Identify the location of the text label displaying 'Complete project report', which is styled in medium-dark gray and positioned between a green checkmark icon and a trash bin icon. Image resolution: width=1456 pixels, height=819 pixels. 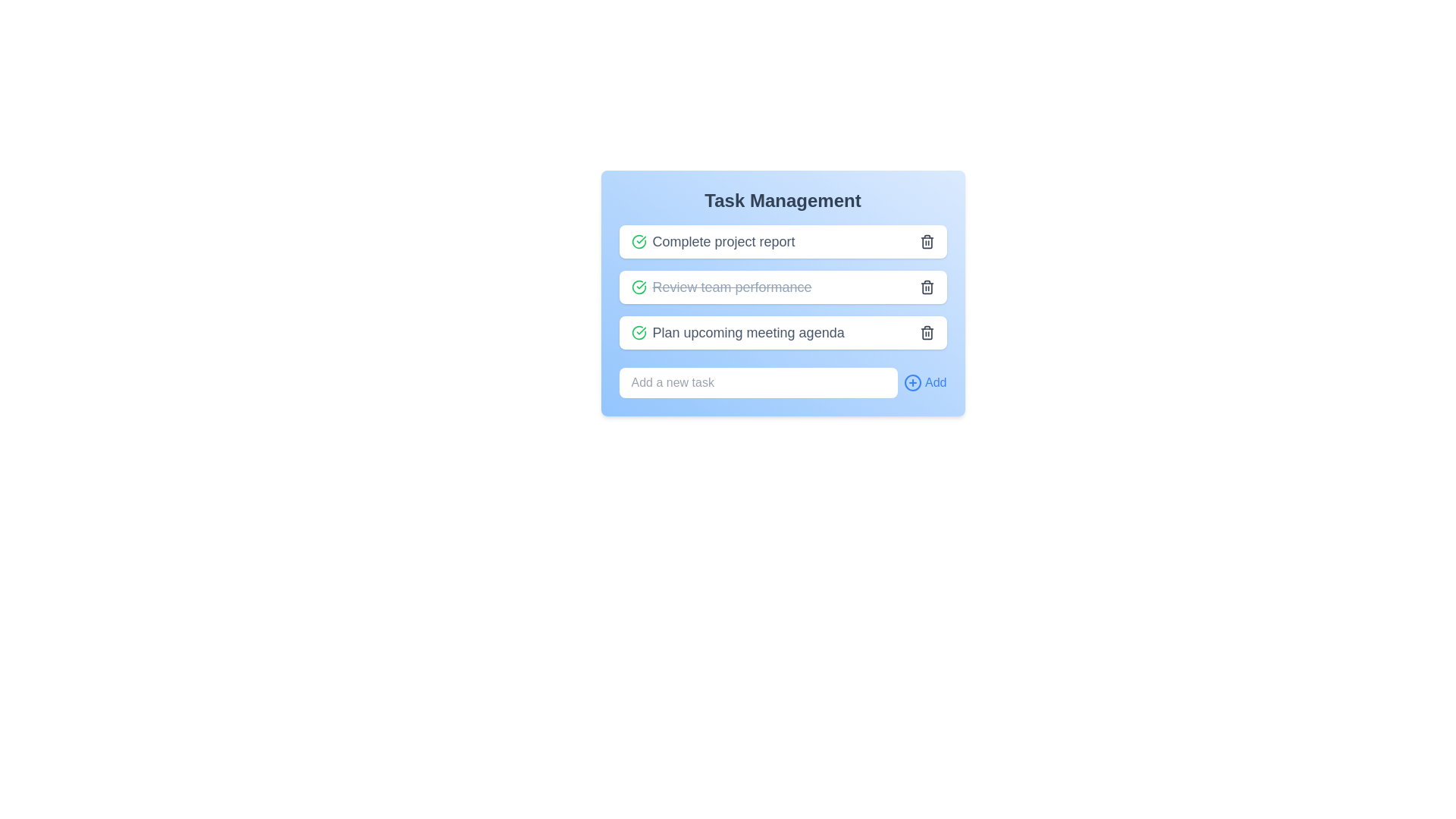
(723, 241).